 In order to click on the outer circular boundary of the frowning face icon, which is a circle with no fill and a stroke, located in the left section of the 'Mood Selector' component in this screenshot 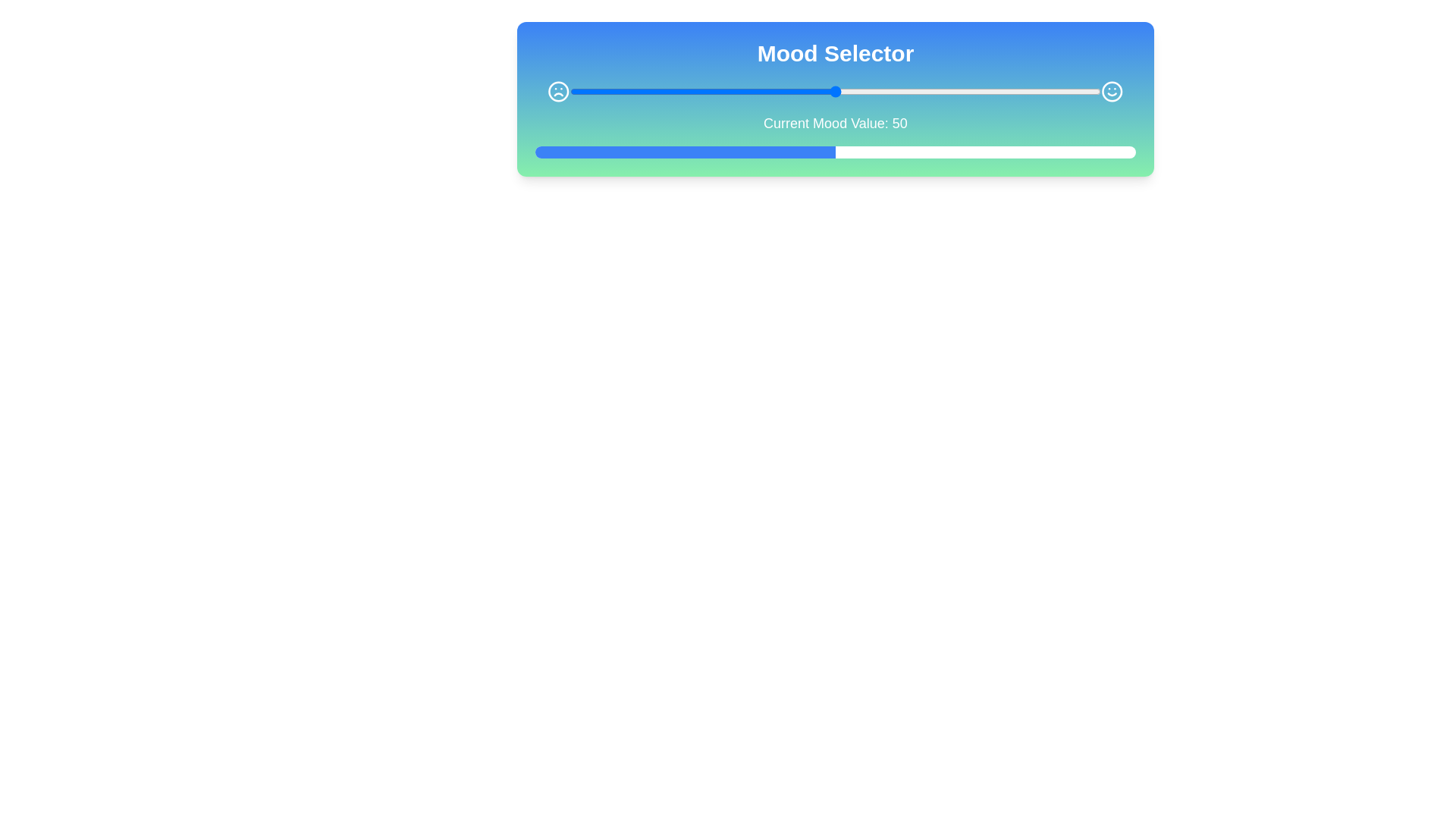, I will do `click(557, 91)`.